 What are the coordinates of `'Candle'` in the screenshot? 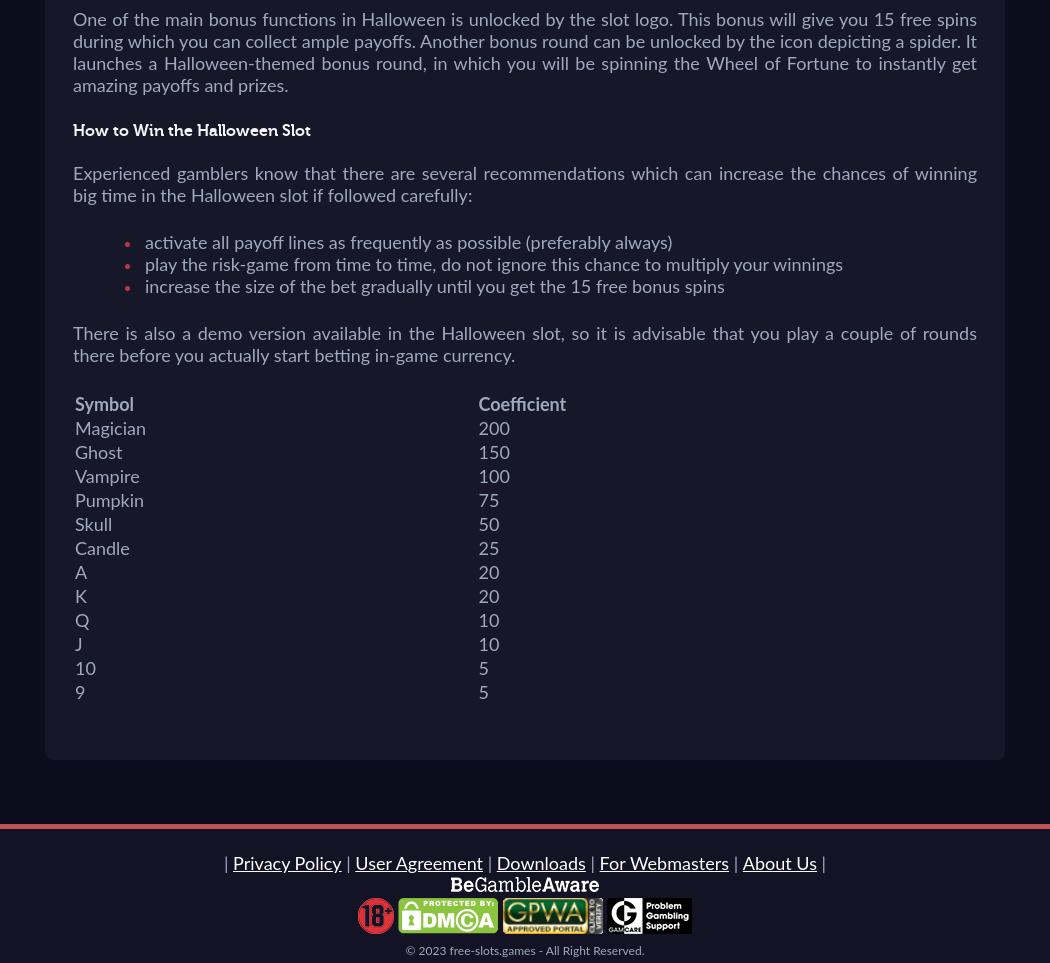 It's located at (101, 548).